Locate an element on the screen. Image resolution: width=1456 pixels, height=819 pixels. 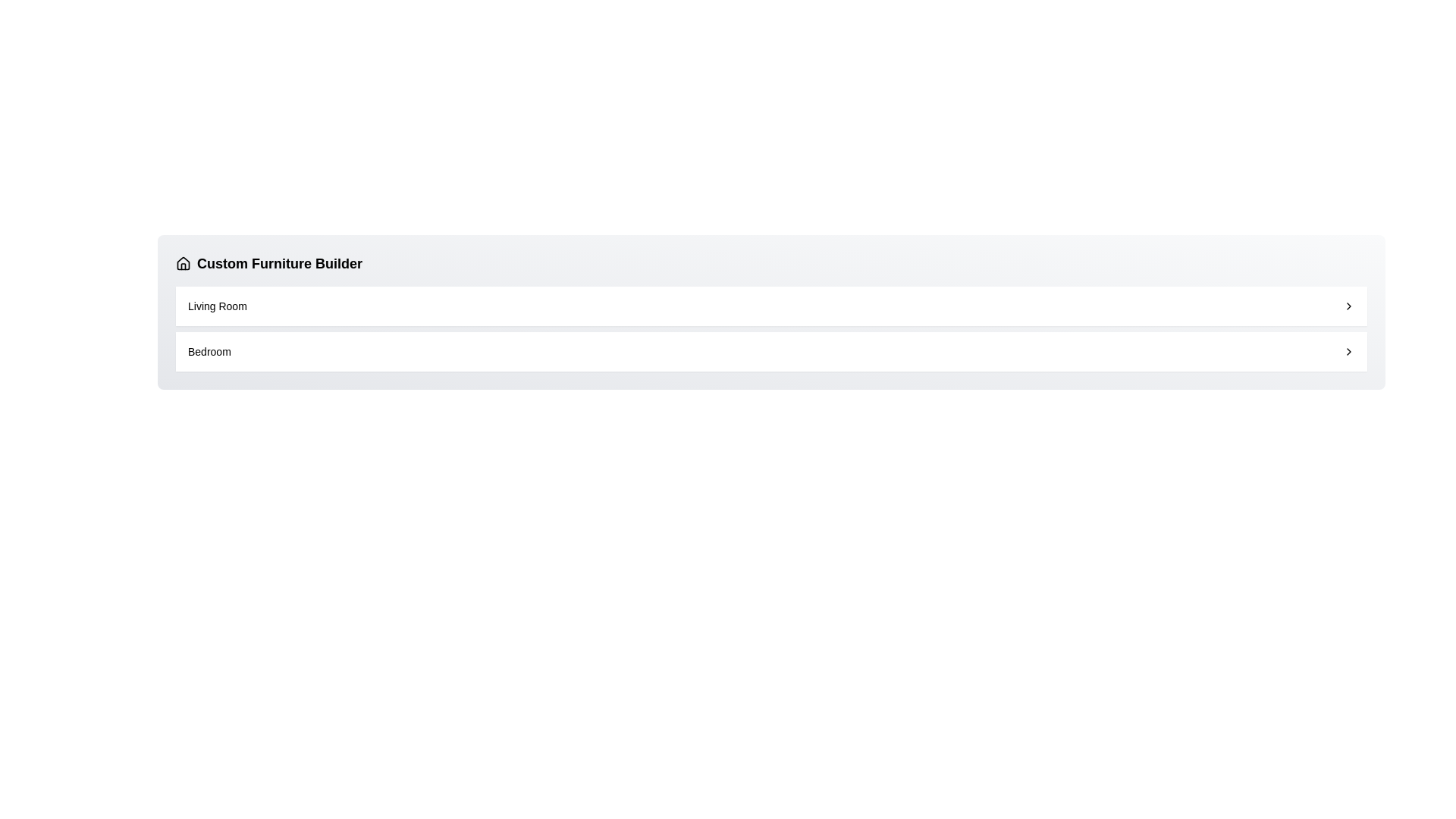
the second selectable option for the 'Bedroom' category in the custom furniture builder interface is located at coordinates (771, 351).